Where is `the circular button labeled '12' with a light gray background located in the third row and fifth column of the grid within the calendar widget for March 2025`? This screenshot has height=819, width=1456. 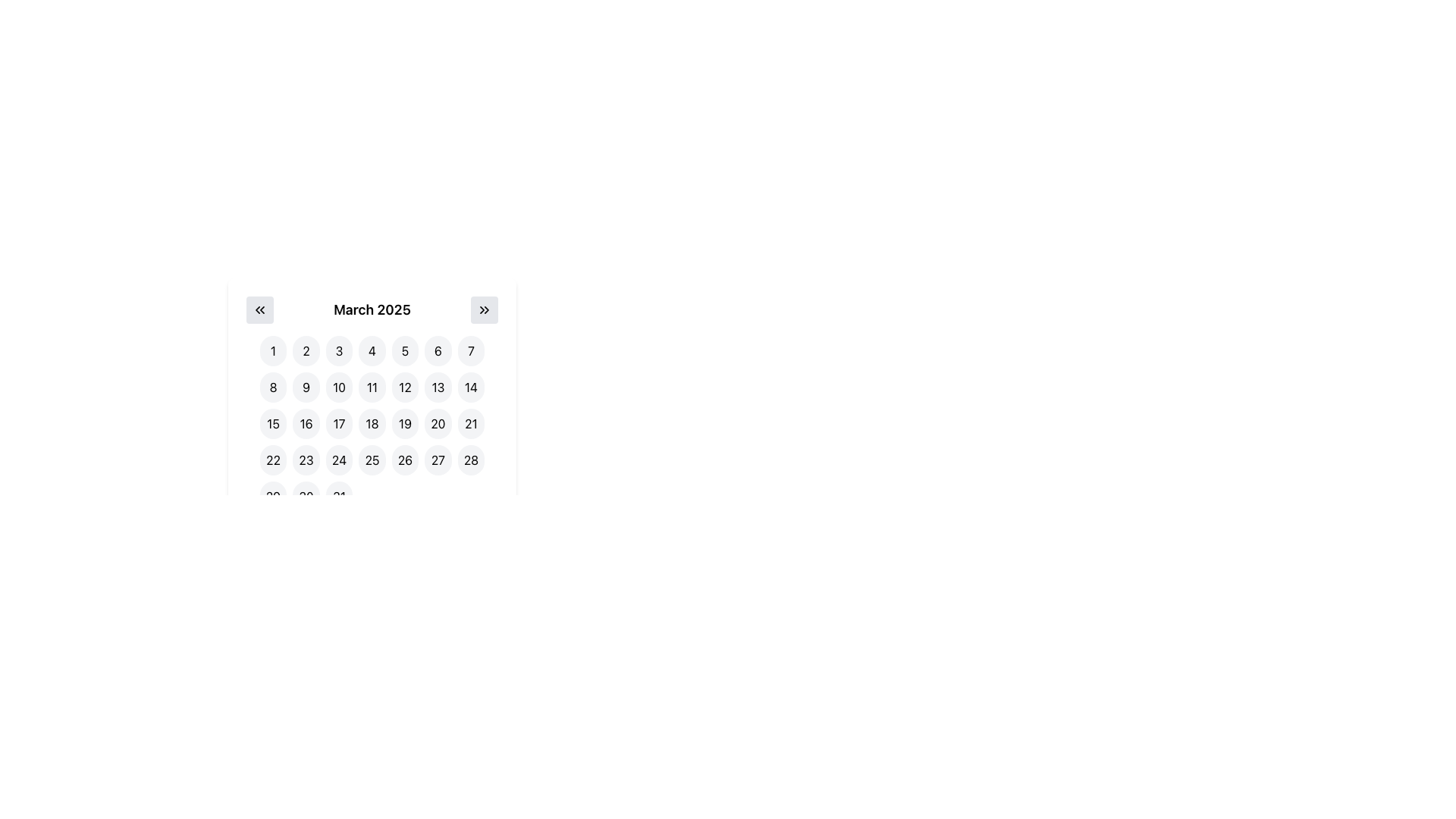
the circular button labeled '12' with a light gray background located in the third row and fifth column of the grid within the calendar widget for March 2025 is located at coordinates (405, 386).